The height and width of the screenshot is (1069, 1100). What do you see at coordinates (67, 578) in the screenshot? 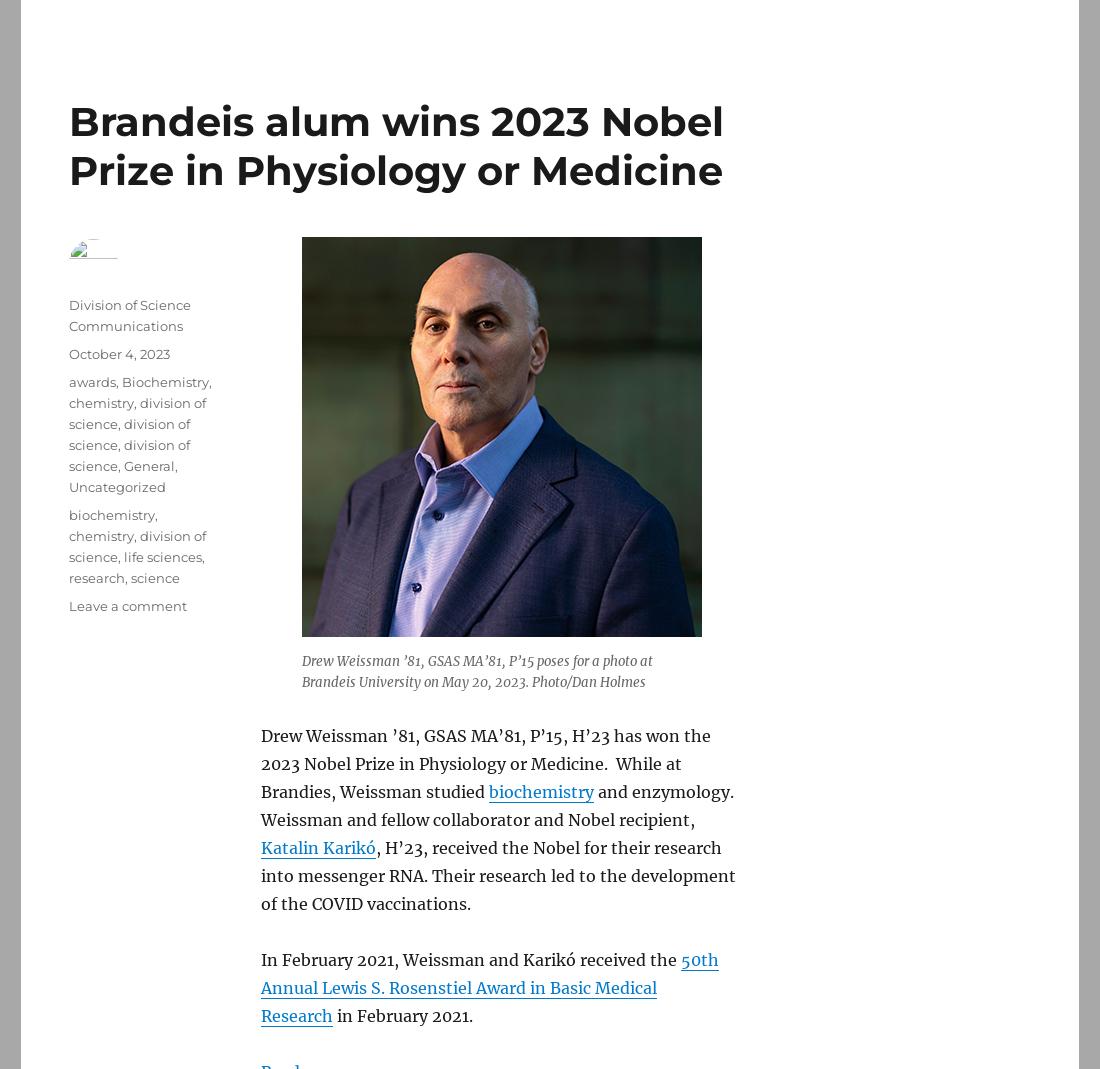
I see `'research'` at bounding box center [67, 578].